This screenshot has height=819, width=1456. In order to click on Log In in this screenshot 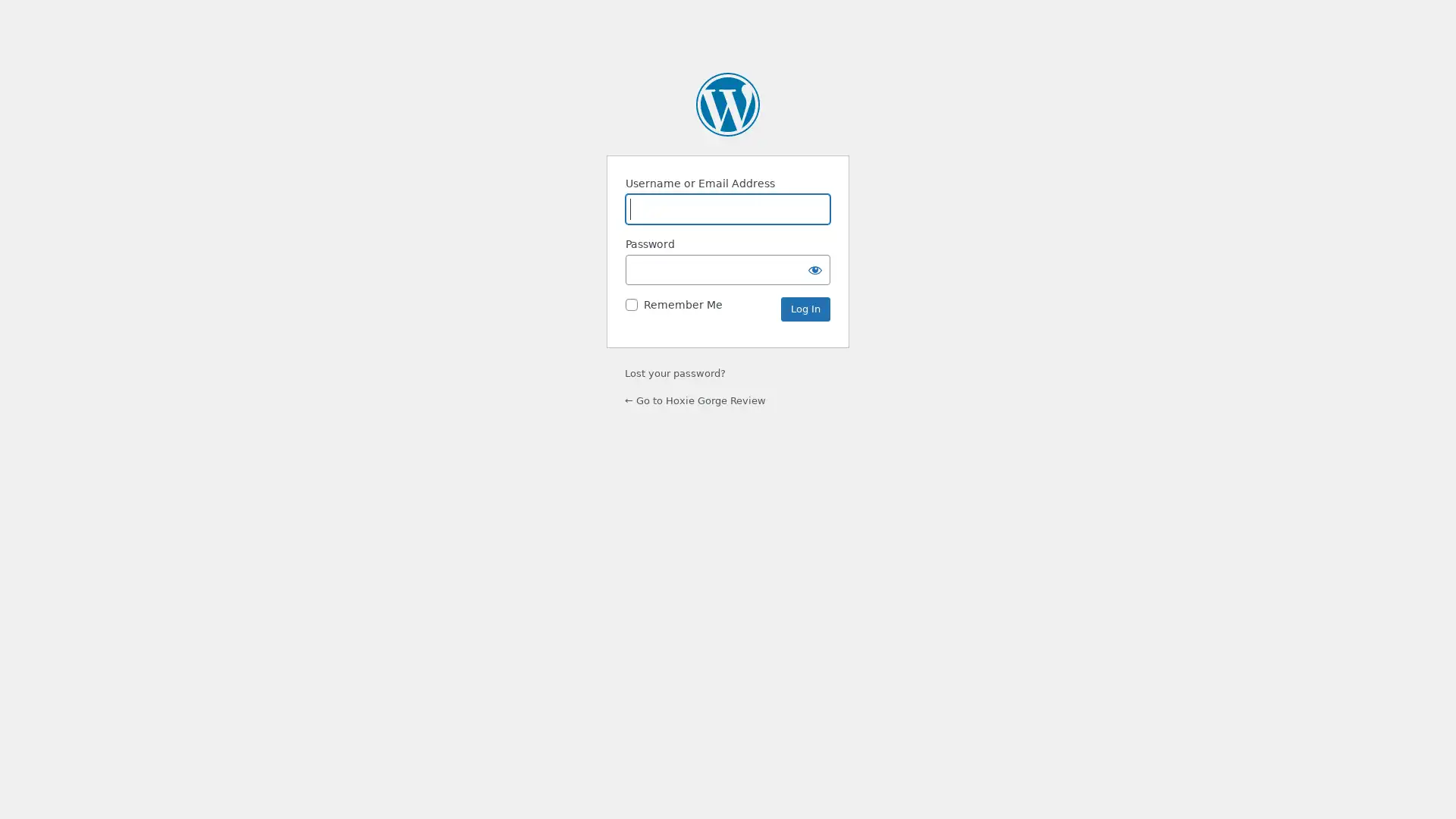, I will do `click(805, 309)`.